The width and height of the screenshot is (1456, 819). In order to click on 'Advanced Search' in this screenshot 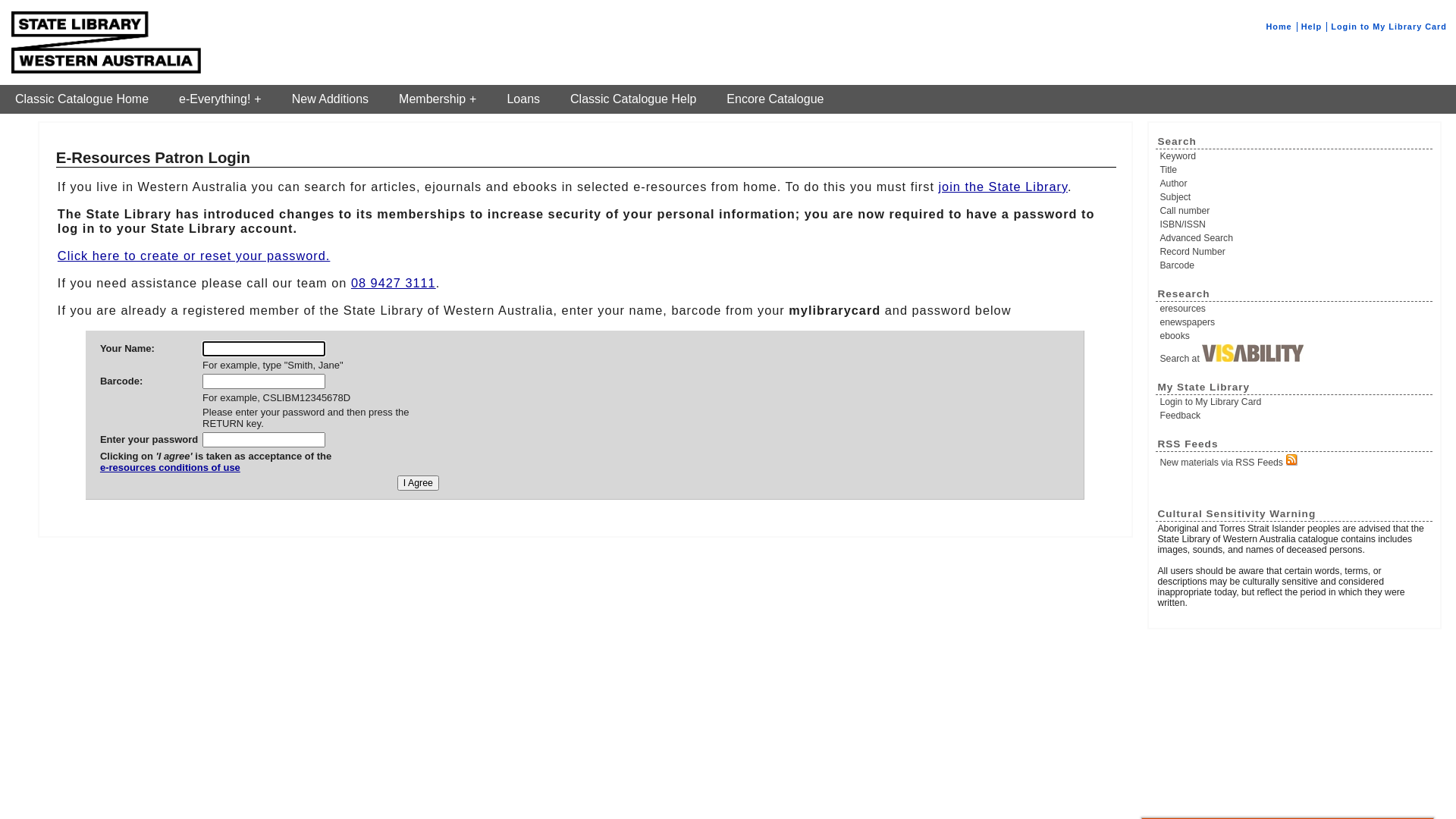, I will do `click(1294, 237)`.